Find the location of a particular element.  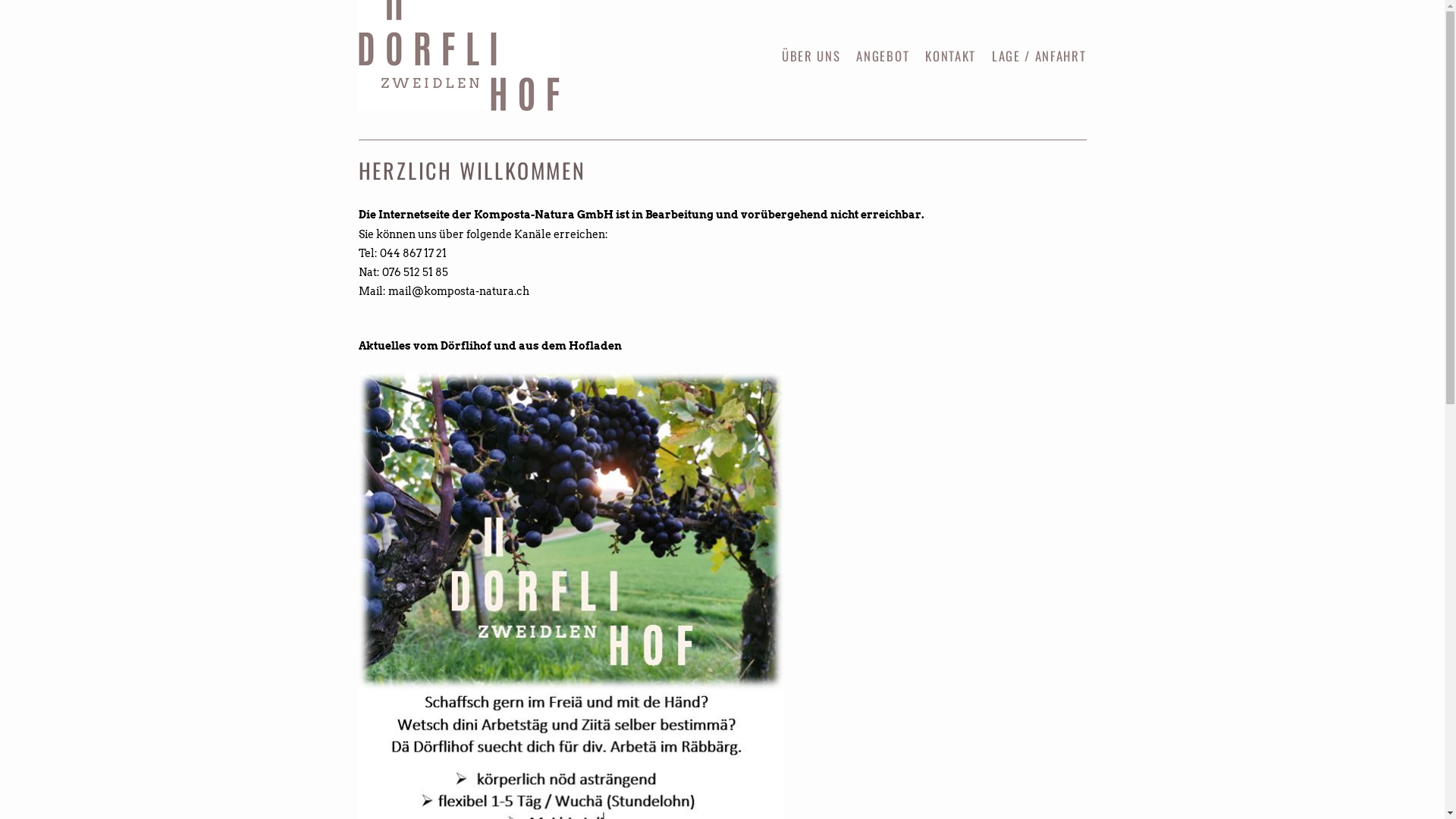

'LAGE / ANFAHRT' is located at coordinates (1038, 55).